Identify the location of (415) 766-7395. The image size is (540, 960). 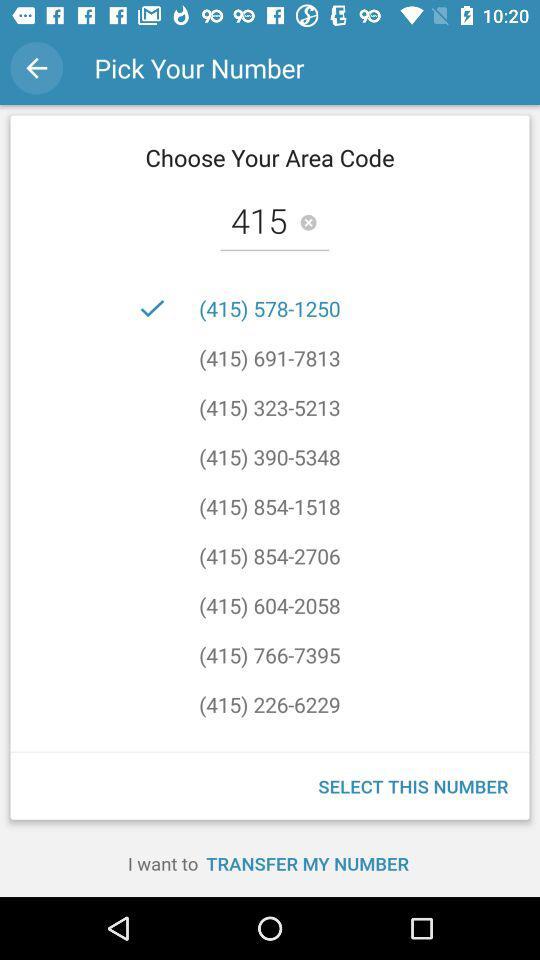
(269, 654).